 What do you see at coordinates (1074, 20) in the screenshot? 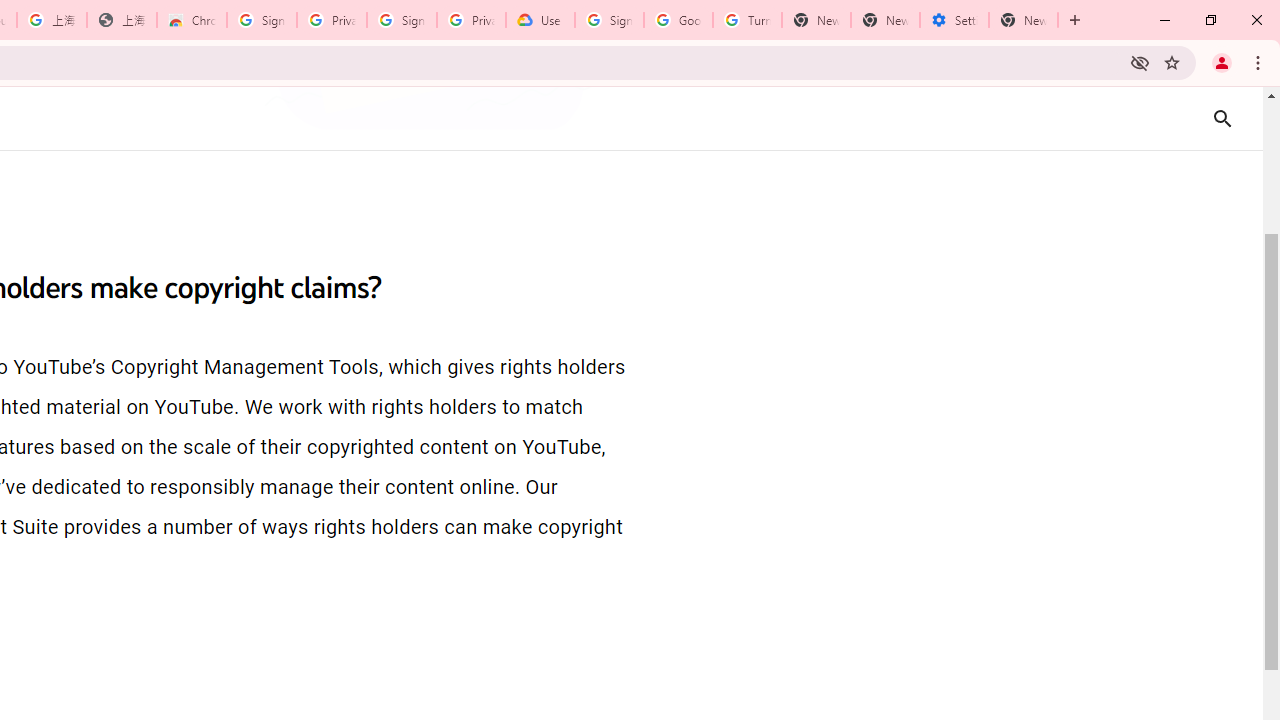
I see `'New Tab'` at bounding box center [1074, 20].